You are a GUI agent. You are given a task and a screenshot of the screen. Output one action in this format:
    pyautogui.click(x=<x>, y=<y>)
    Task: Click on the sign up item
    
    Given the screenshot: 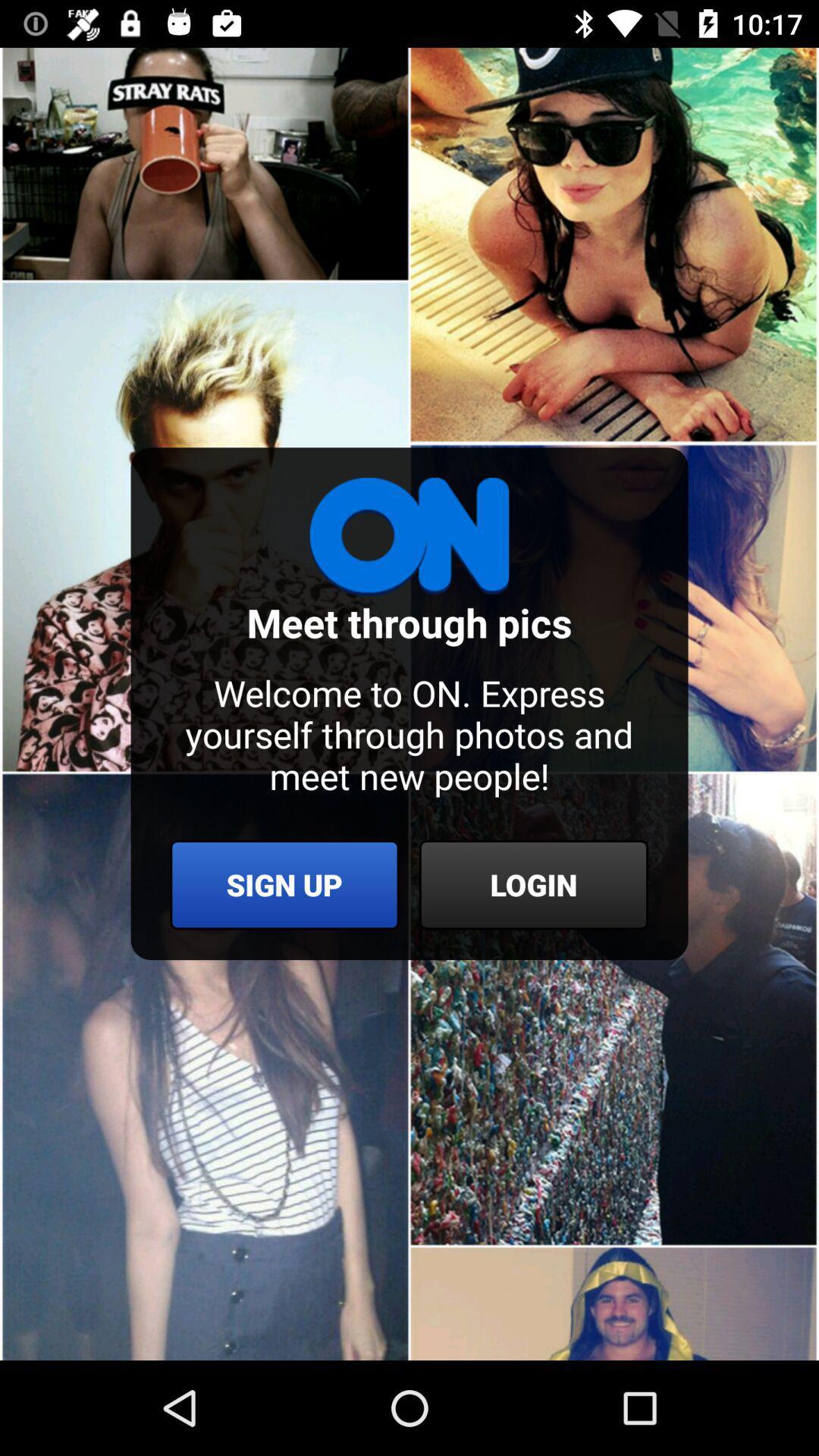 What is the action you would take?
    pyautogui.click(x=284, y=884)
    